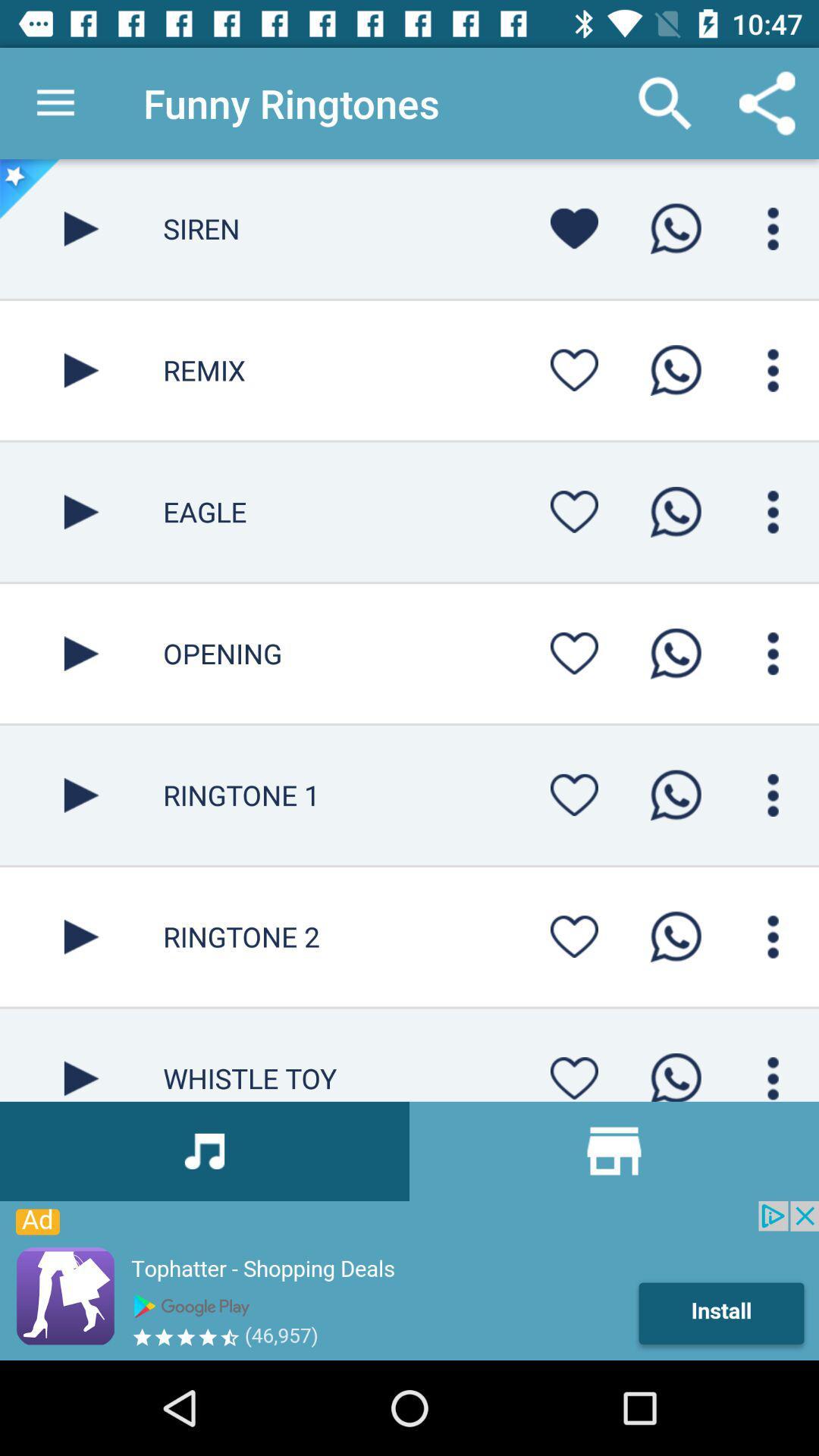  Describe the element at coordinates (409, 1280) in the screenshot. I see `advertisement` at that location.